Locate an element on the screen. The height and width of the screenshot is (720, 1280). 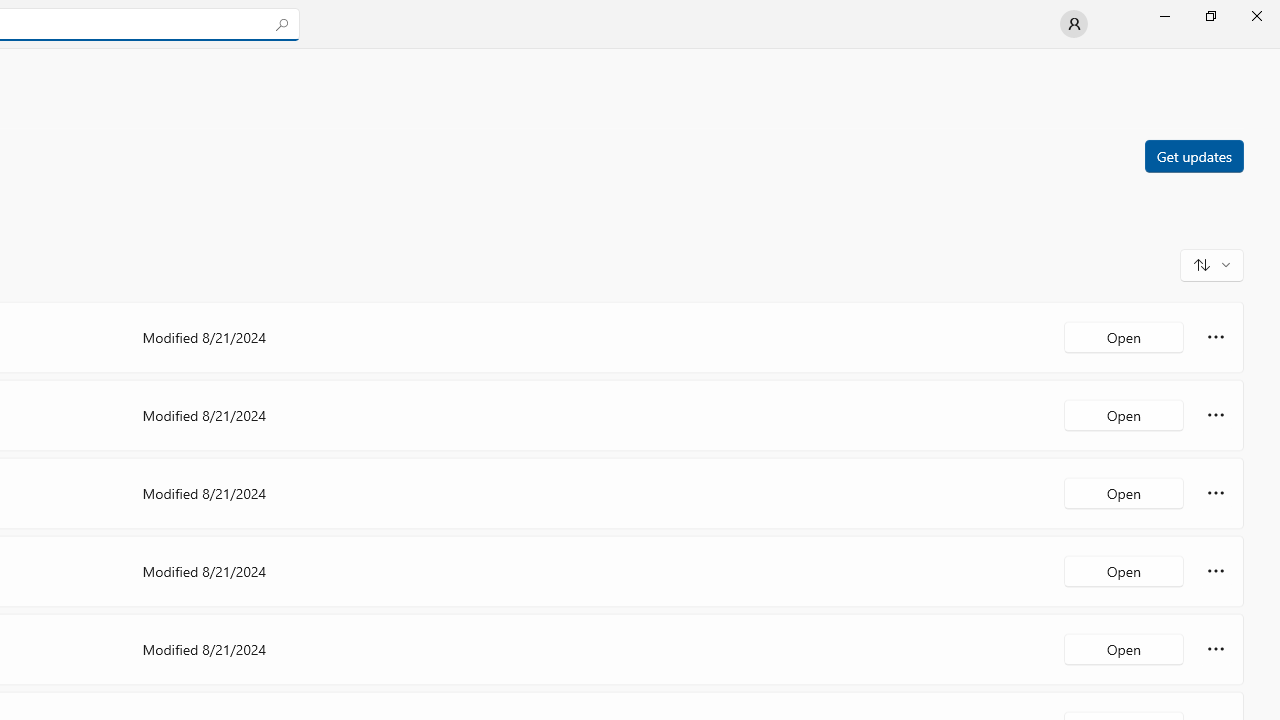
'User profile' is located at coordinates (1072, 24).